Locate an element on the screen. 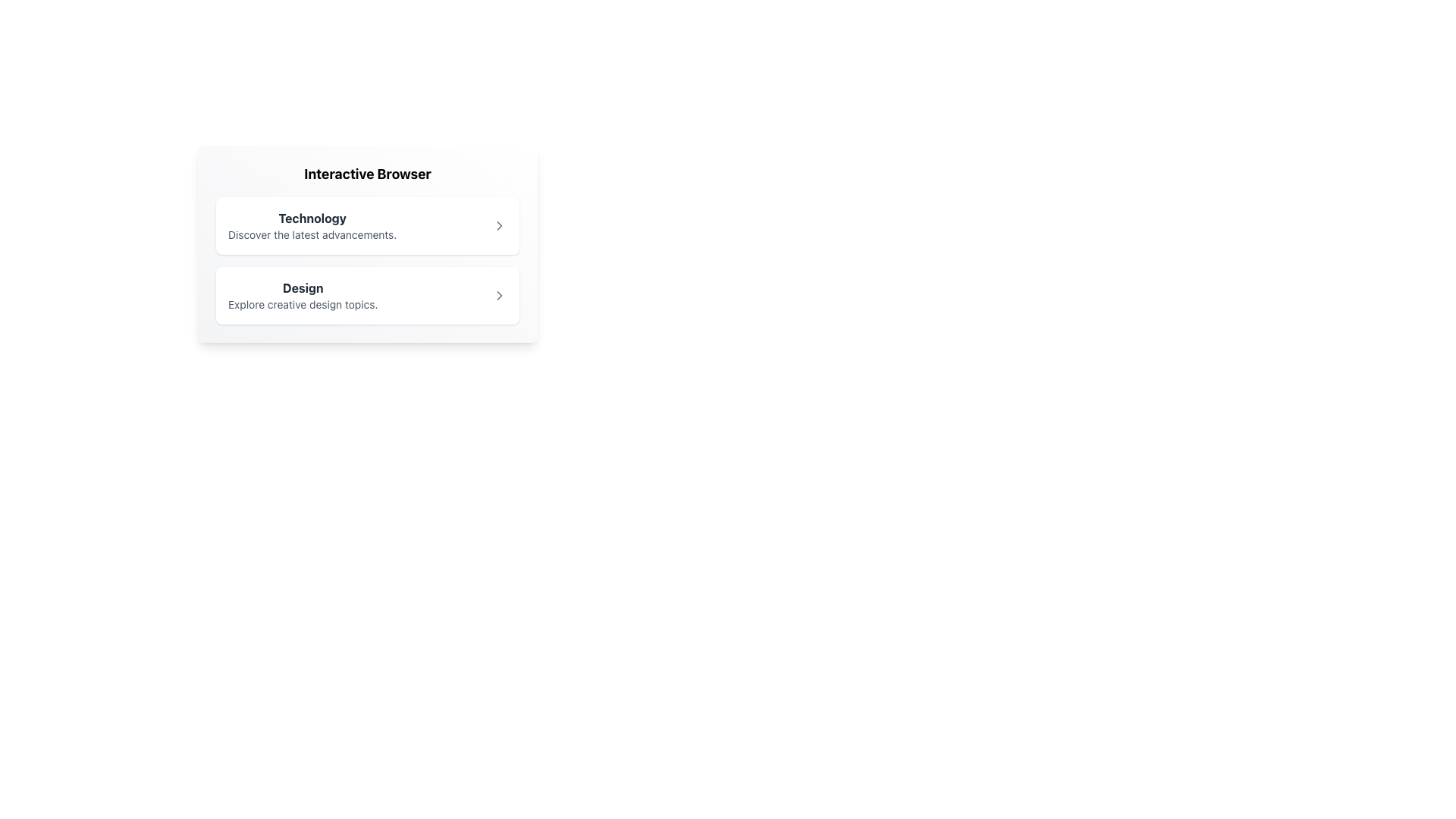  the descriptive label and summary Text block for the 'Technology' category located in the top section of the interface, above the 'Design' element is located at coordinates (312, 225).